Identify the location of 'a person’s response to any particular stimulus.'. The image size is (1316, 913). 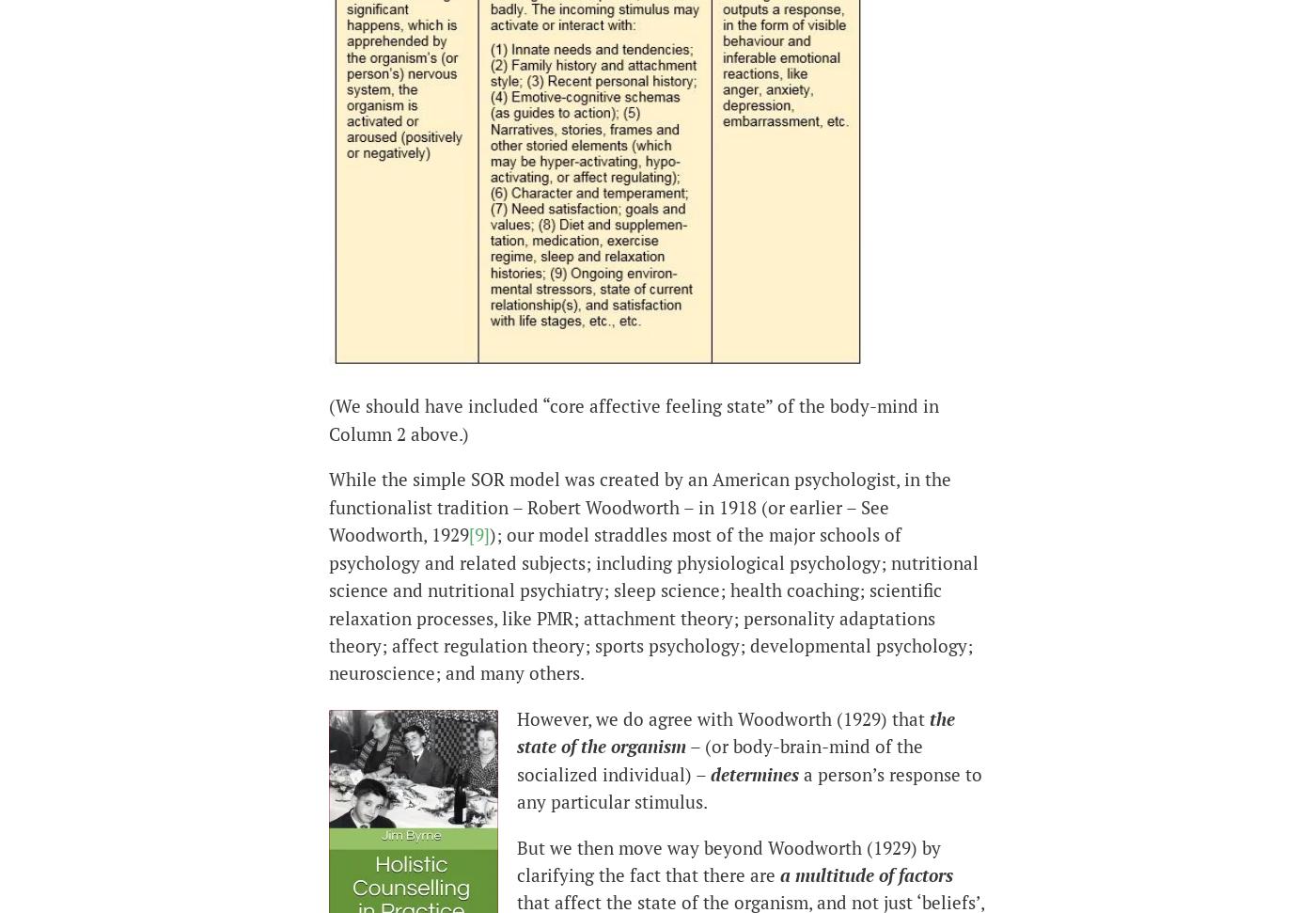
(749, 786).